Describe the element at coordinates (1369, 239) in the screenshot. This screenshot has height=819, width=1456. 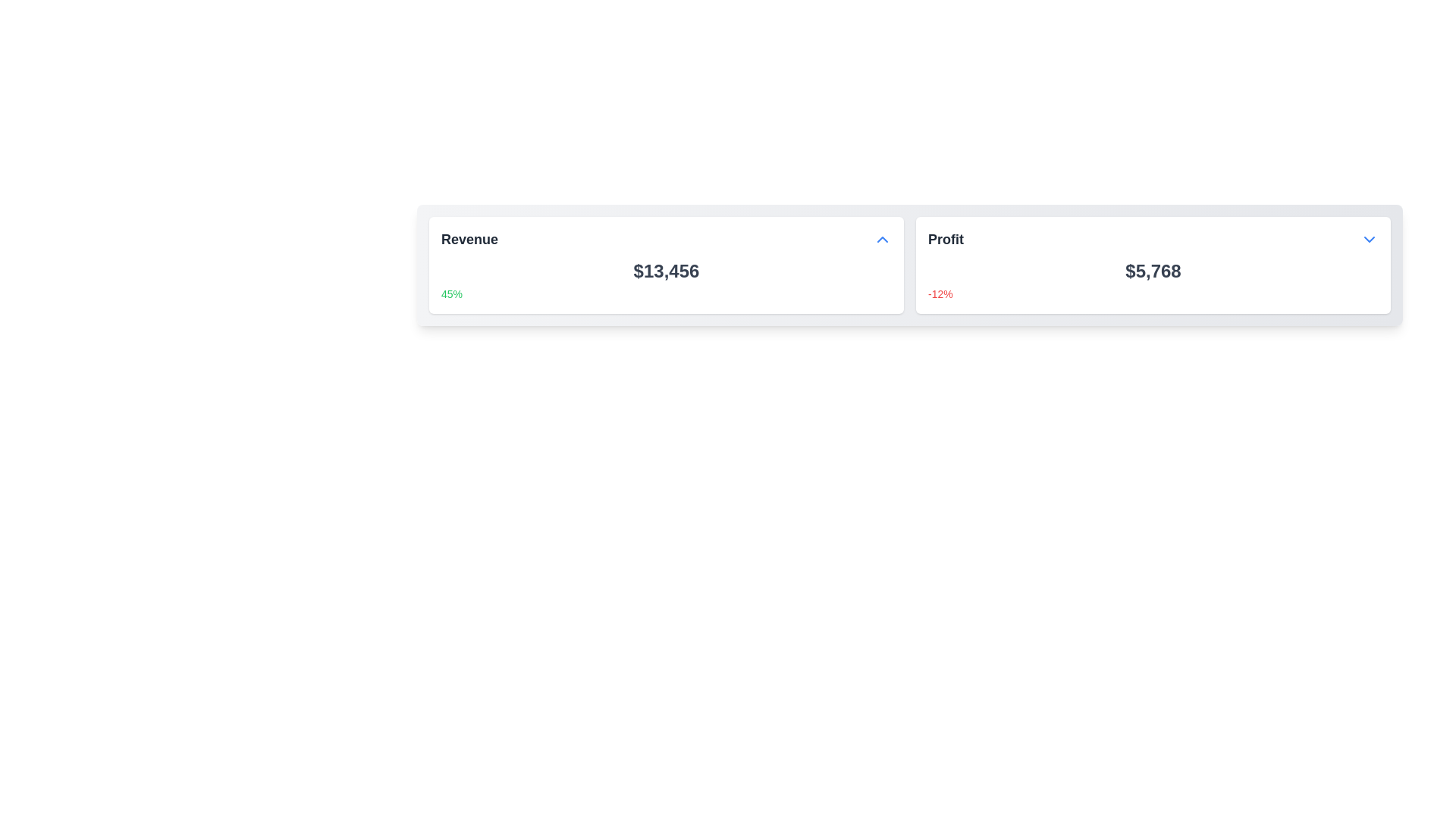
I see `the downward-pointing chevron icon in the 'Profit' section` at that location.